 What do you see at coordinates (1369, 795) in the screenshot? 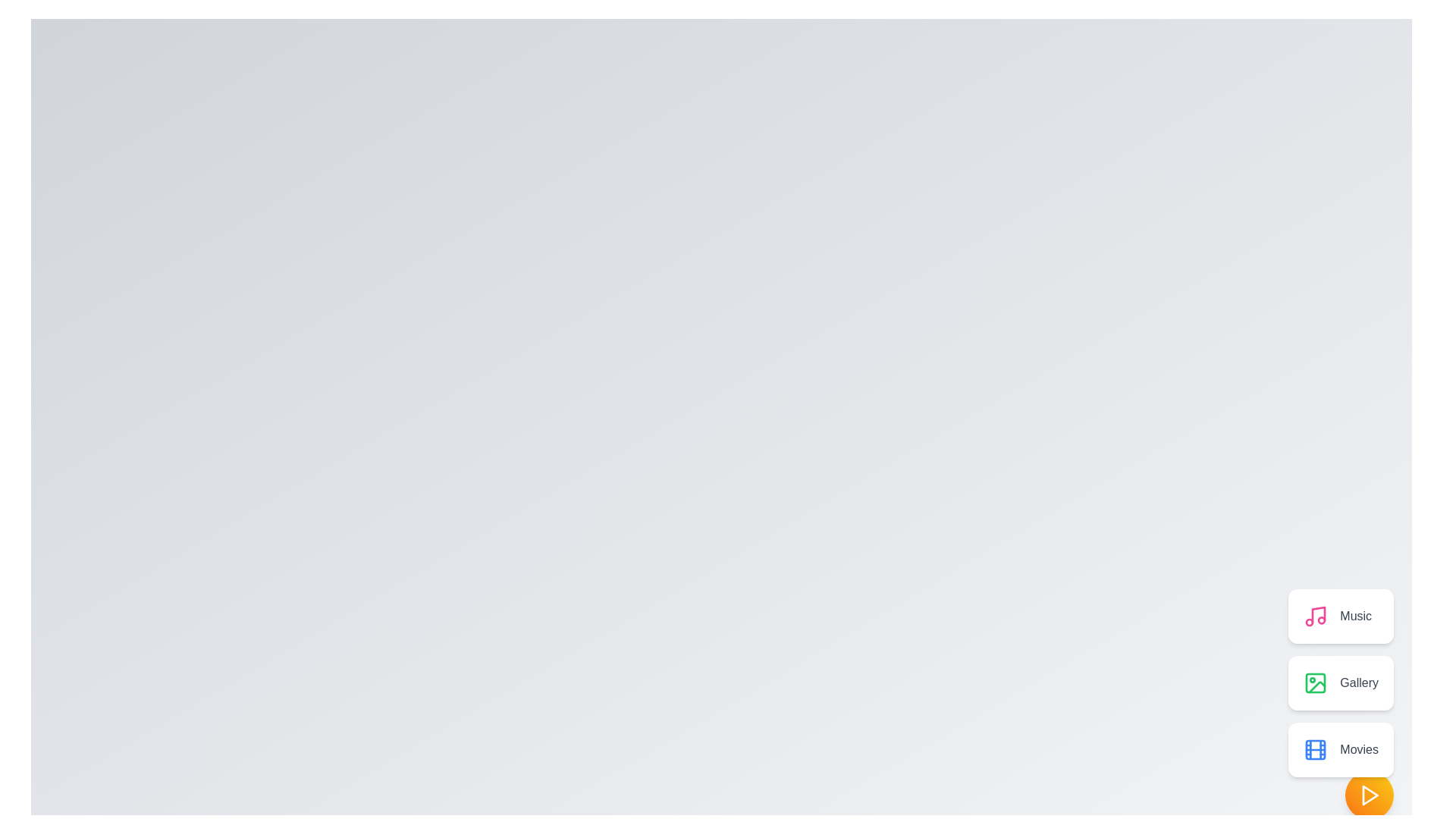
I see `floating action button to toggle the menu visibility` at bounding box center [1369, 795].